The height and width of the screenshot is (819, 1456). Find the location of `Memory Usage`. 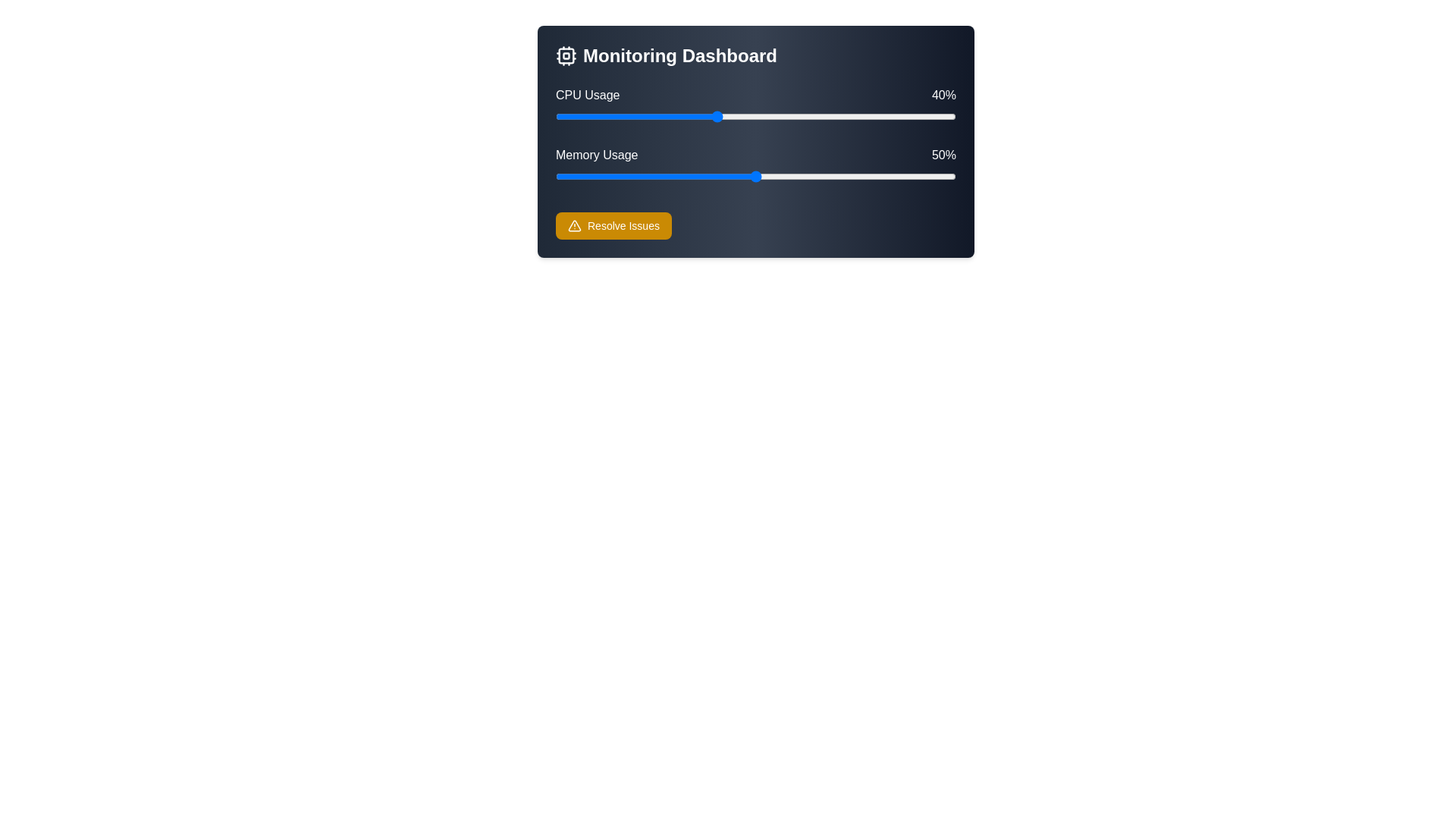

Memory Usage is located at coordinates (827, 175).